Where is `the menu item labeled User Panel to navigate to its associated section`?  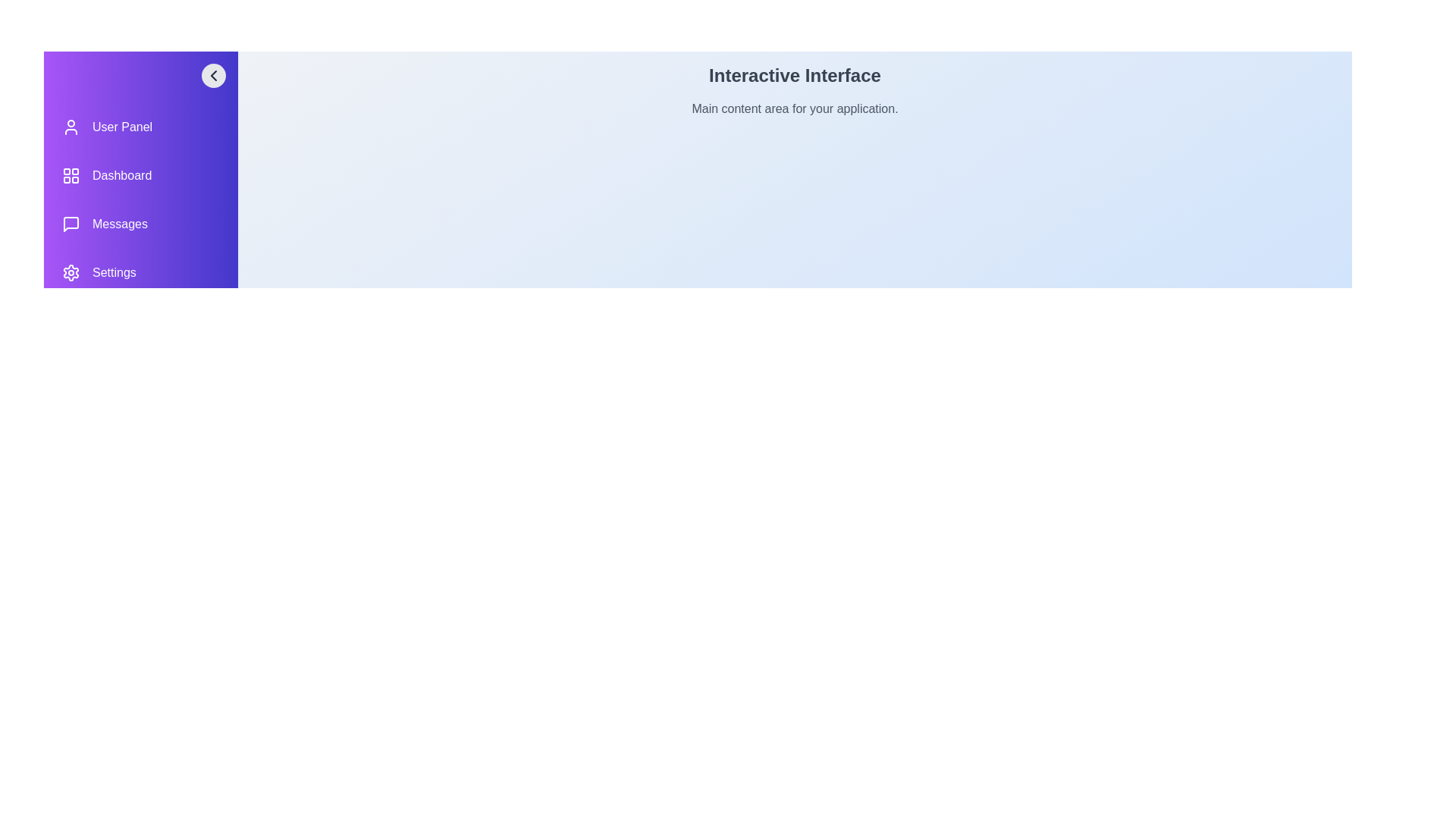
the menu item labeled User Panel to navigate to its associated section is located at coordinates (141, 127).